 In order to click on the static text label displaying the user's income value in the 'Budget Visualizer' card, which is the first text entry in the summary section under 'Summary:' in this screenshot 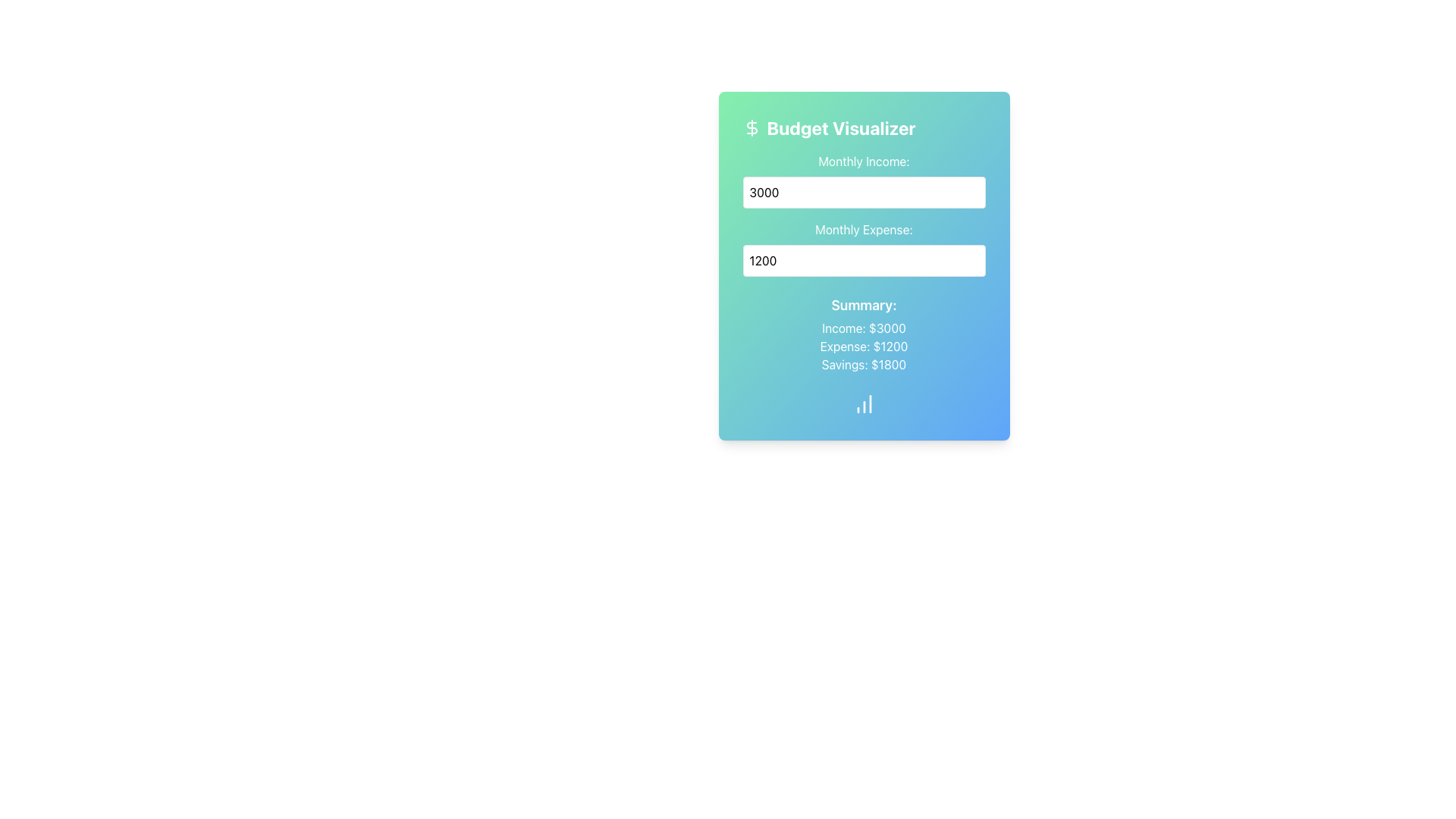, I will do `click(864, 327)`.